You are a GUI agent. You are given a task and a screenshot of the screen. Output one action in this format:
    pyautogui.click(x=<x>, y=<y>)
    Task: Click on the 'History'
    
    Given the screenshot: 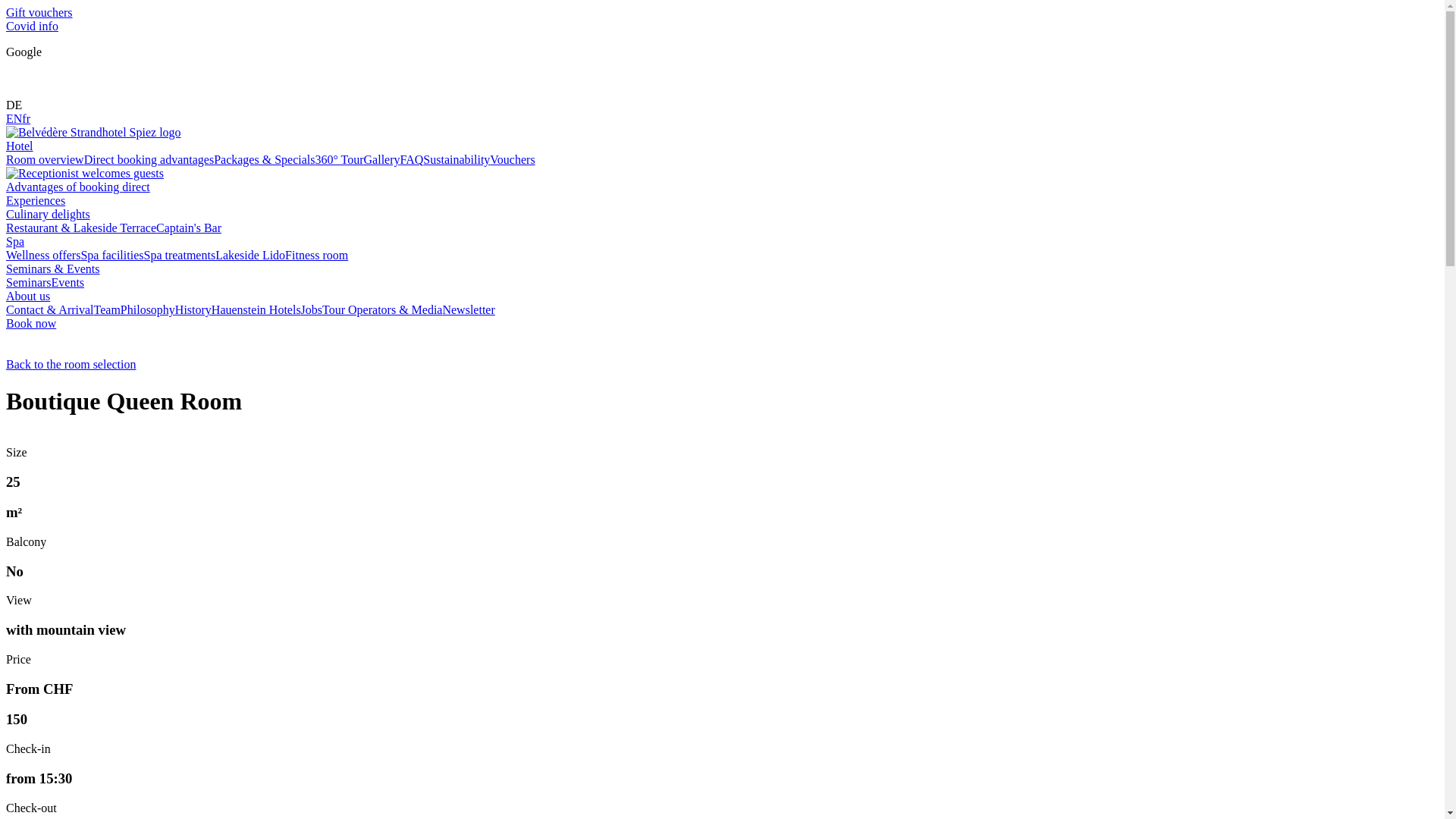 What is the action you would take?
    pyautogui.click(x=192, y=309)
    